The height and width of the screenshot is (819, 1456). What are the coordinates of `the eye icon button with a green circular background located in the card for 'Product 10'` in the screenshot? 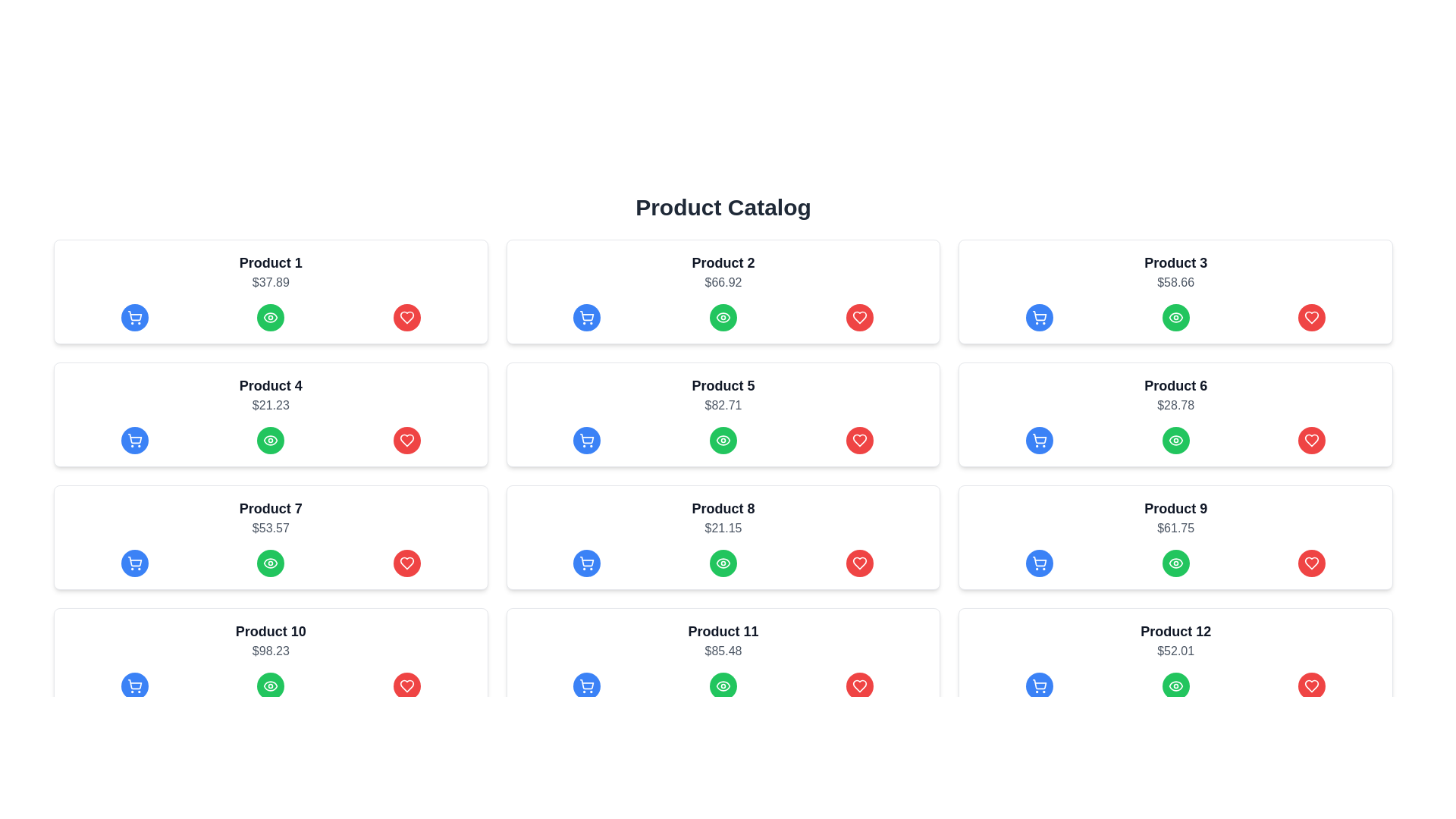 It's located at (271, 686).